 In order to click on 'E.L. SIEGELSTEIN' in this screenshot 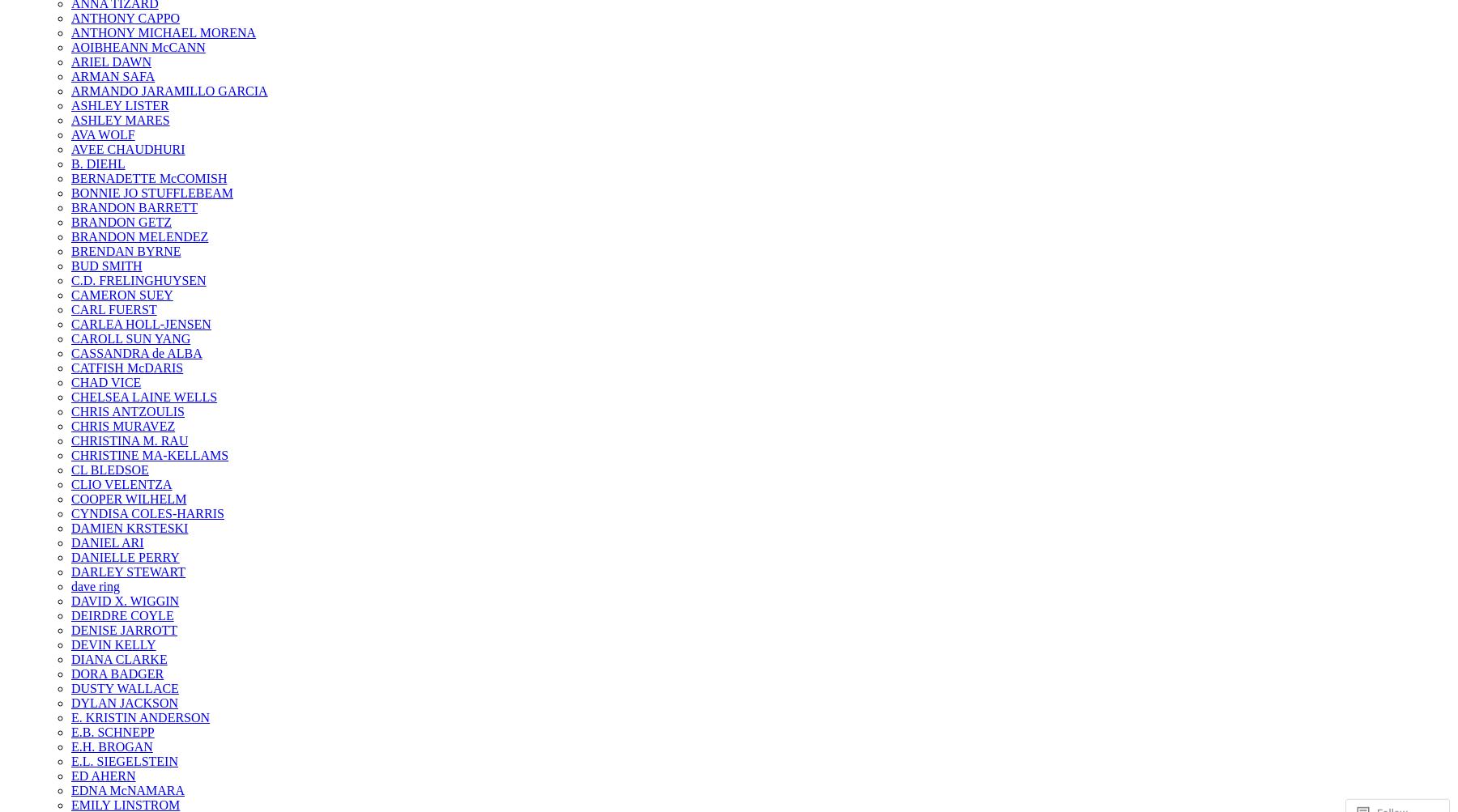, I will do `click(70, 760)`.